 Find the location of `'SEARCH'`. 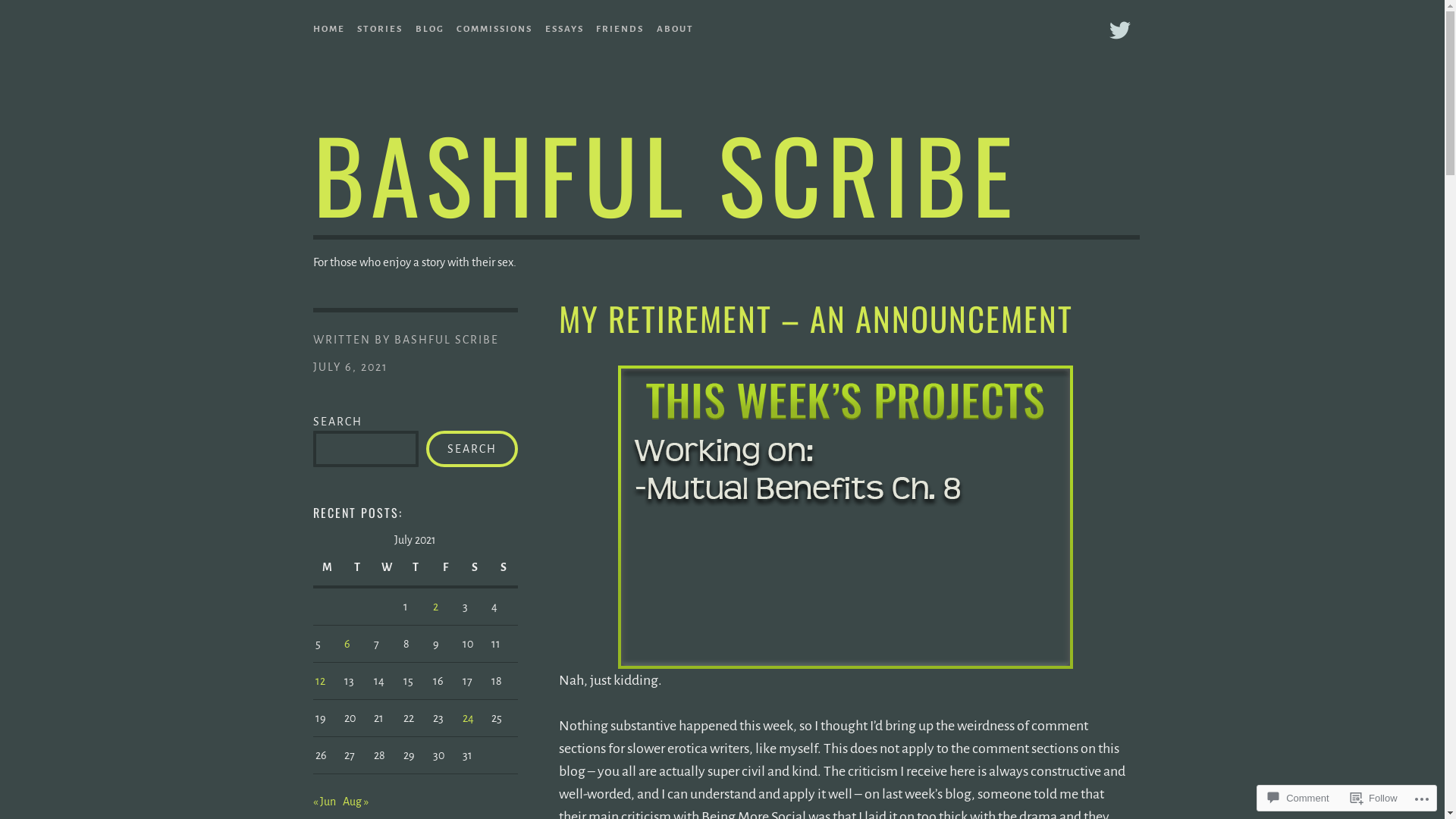

'SEARCH' is located at coordinates (471, 447).